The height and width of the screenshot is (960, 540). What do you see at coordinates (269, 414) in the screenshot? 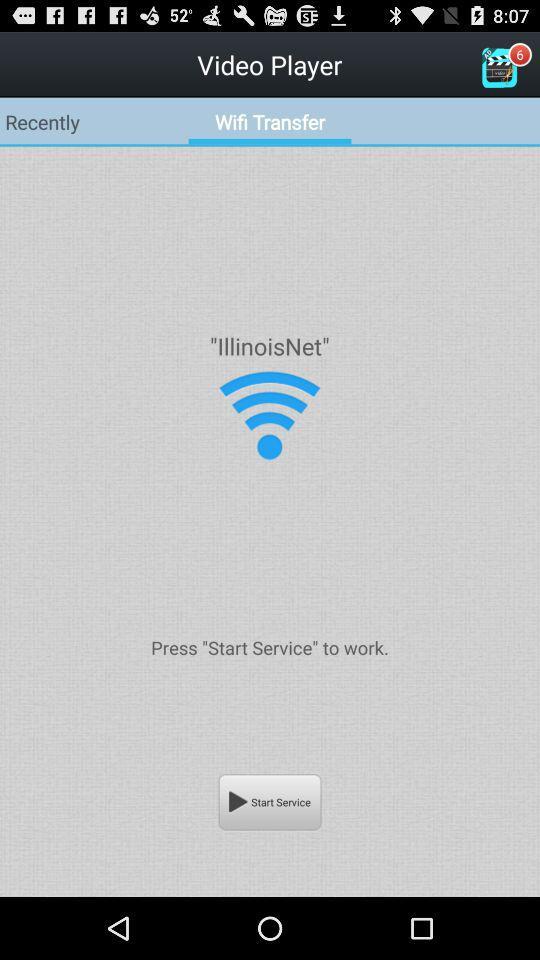
I see `change wireless settings for that connection` at bounding box center [269, 414].